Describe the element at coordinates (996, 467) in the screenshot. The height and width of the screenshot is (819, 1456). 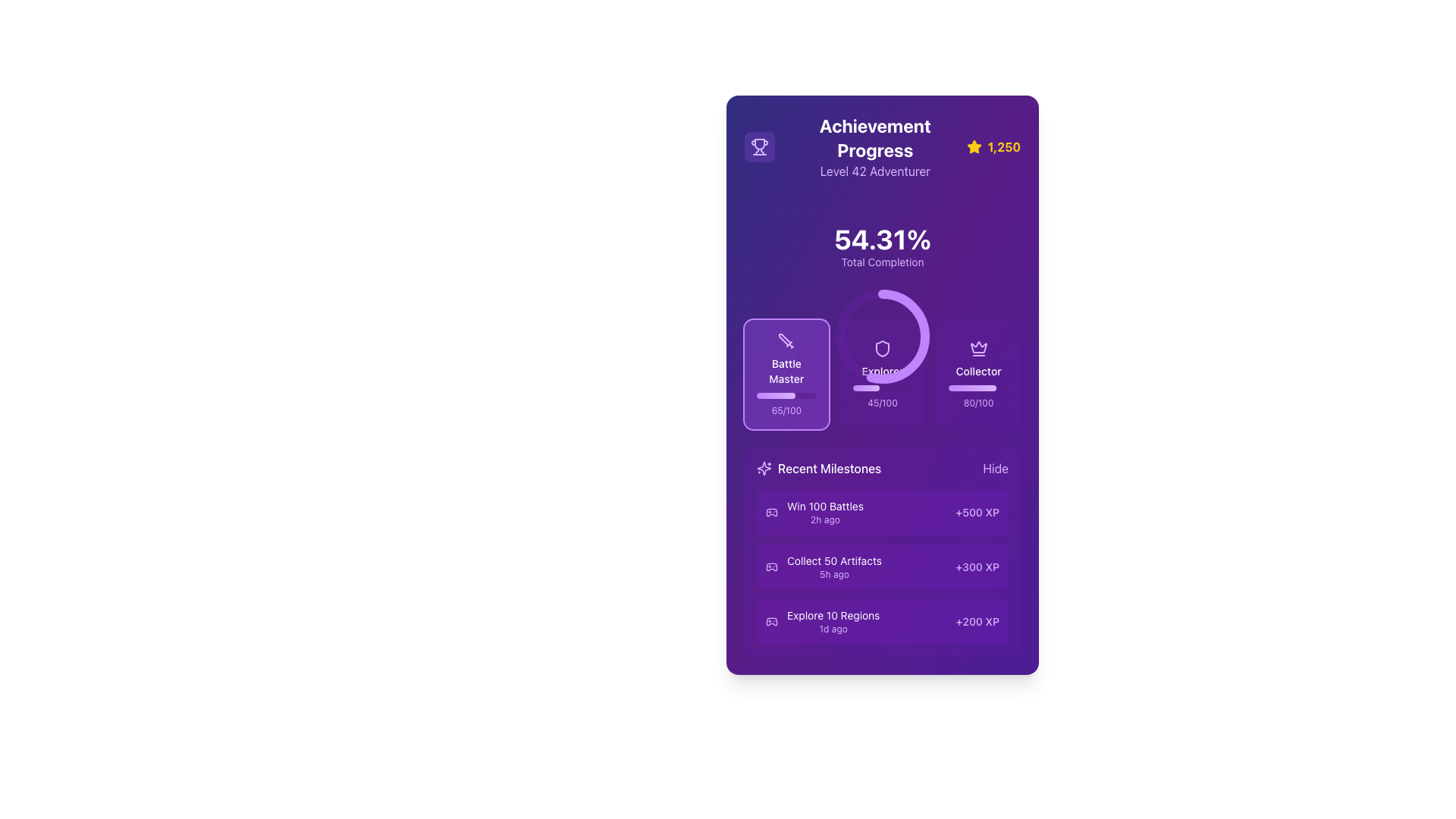
I see `the 'Hide' text label in the 'Recent Milestones' section to hide the section` at that location.